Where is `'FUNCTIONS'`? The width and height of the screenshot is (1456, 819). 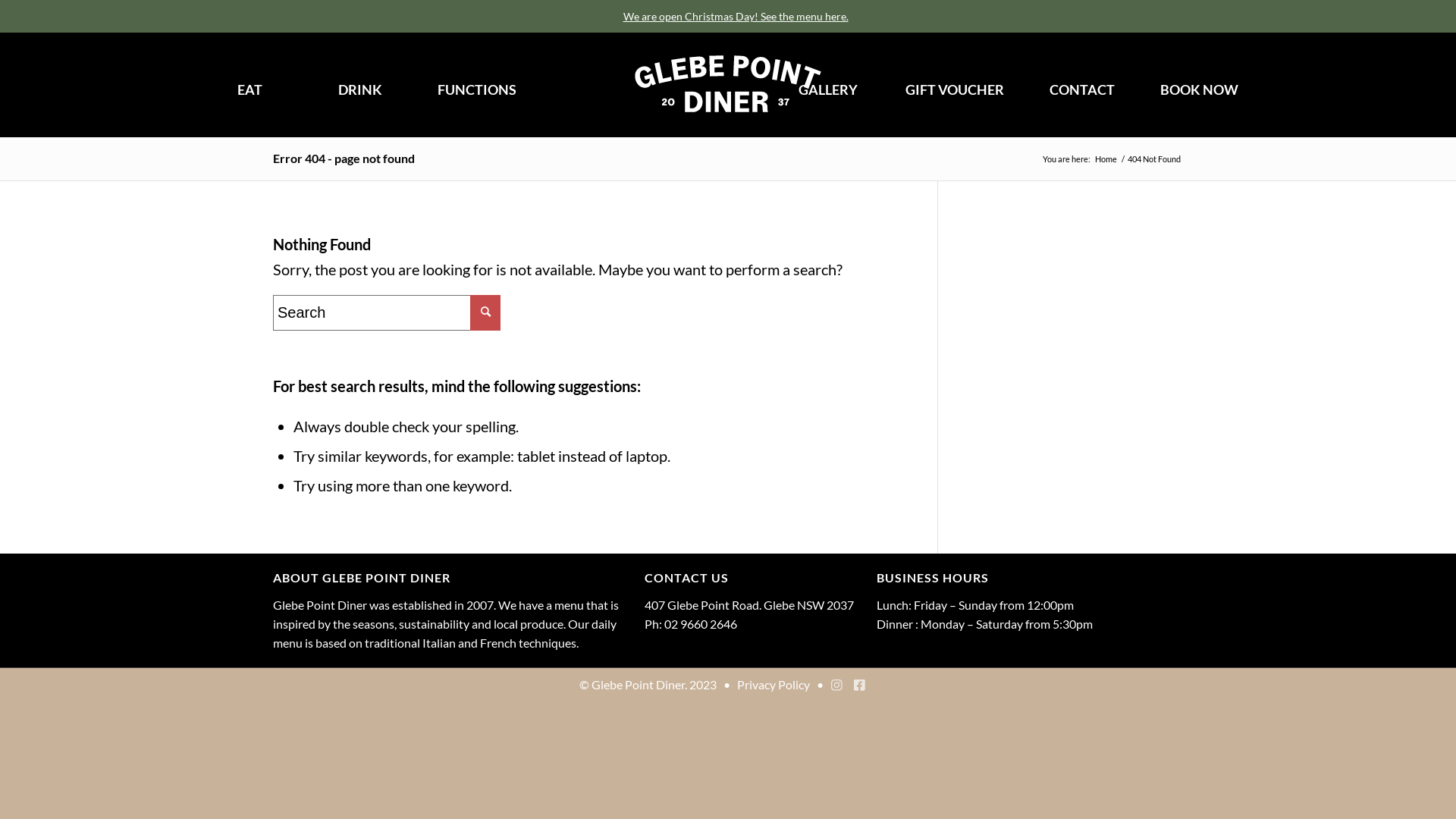 'FUNCTIONS' is located at coordinates (475, 89).